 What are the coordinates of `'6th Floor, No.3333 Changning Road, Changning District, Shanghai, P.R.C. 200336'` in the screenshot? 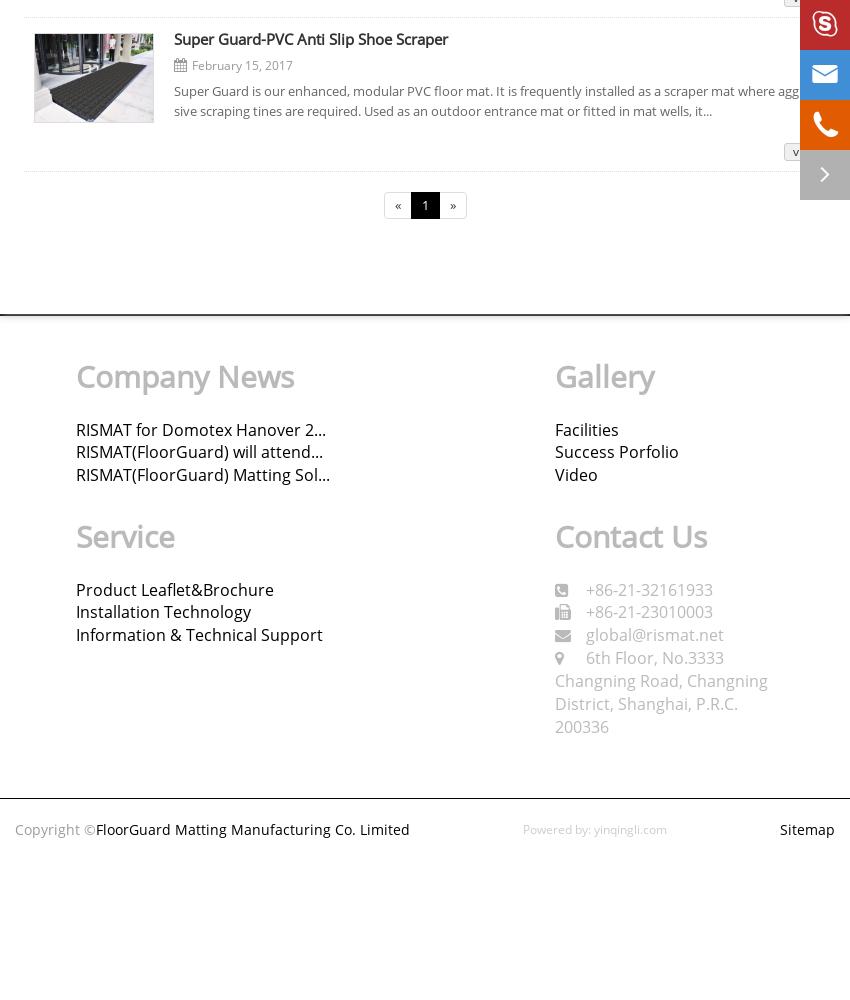 It's located at (660, 691).